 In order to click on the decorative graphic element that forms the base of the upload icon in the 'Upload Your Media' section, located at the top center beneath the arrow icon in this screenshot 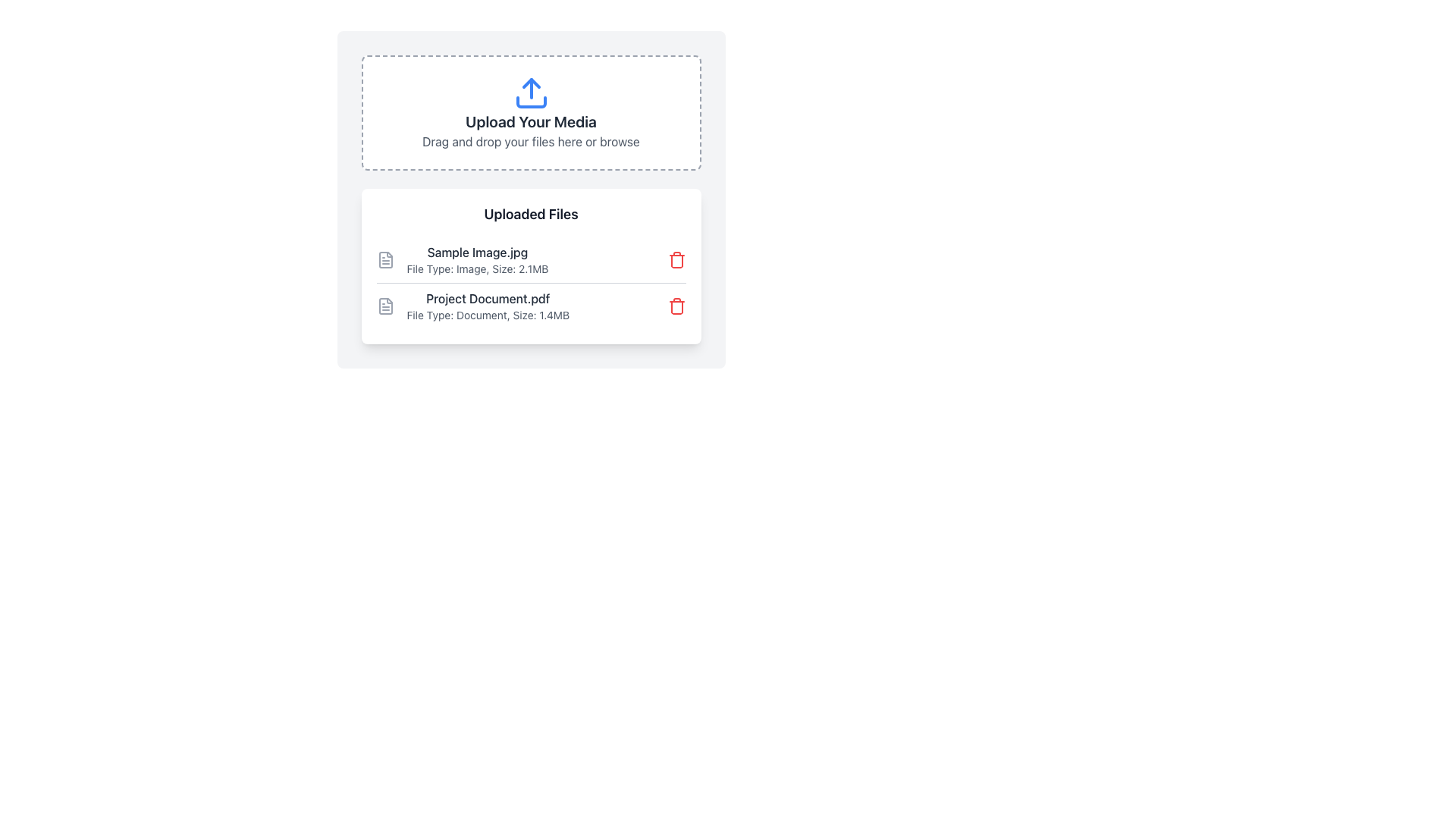, I will do `click(531, 102)`.